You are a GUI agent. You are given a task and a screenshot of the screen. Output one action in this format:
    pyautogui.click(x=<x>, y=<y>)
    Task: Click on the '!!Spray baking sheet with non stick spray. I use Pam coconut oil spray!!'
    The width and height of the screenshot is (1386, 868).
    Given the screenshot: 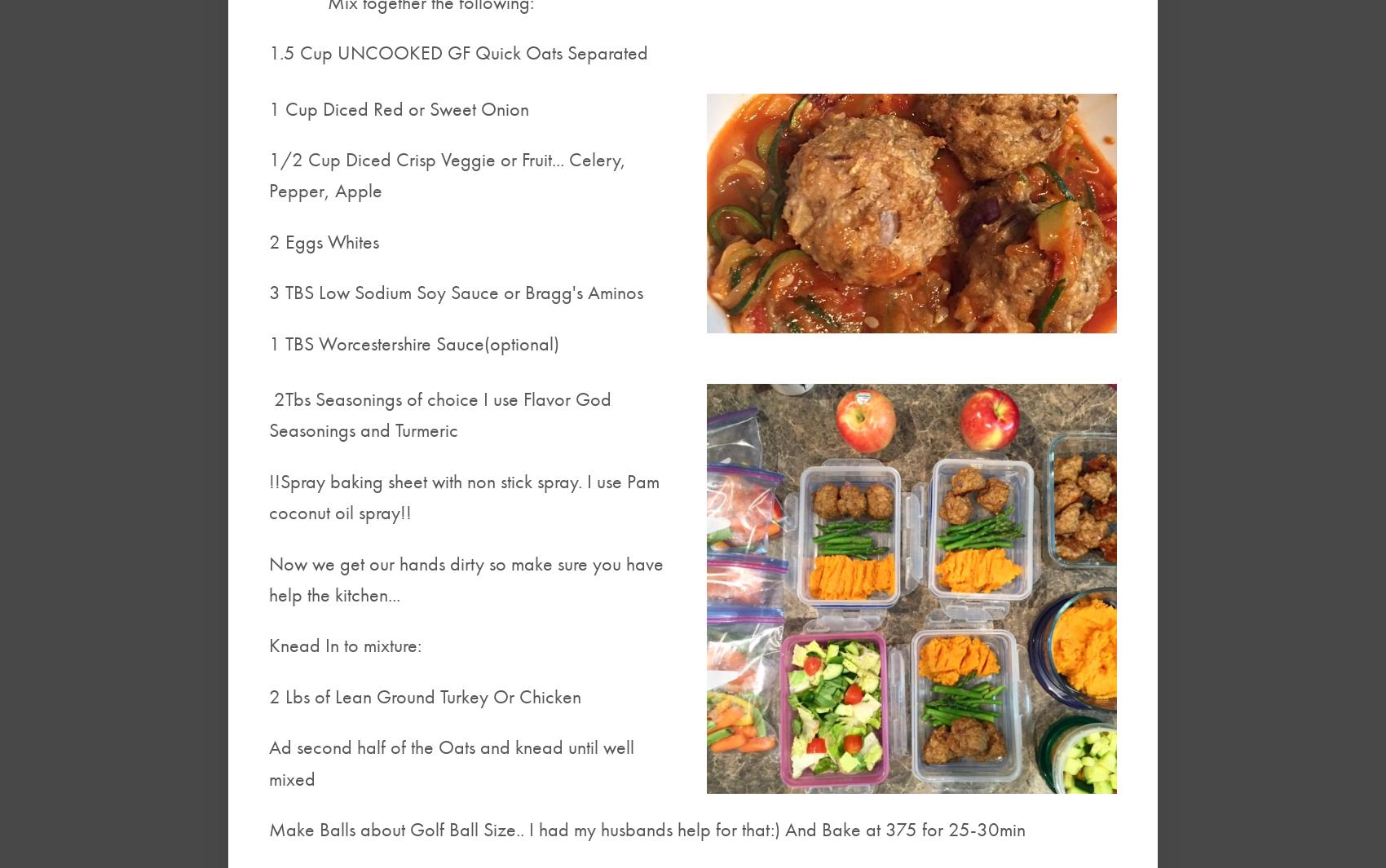 What is the action you would take?
    pyautogui.click(x=463, y=496)
    